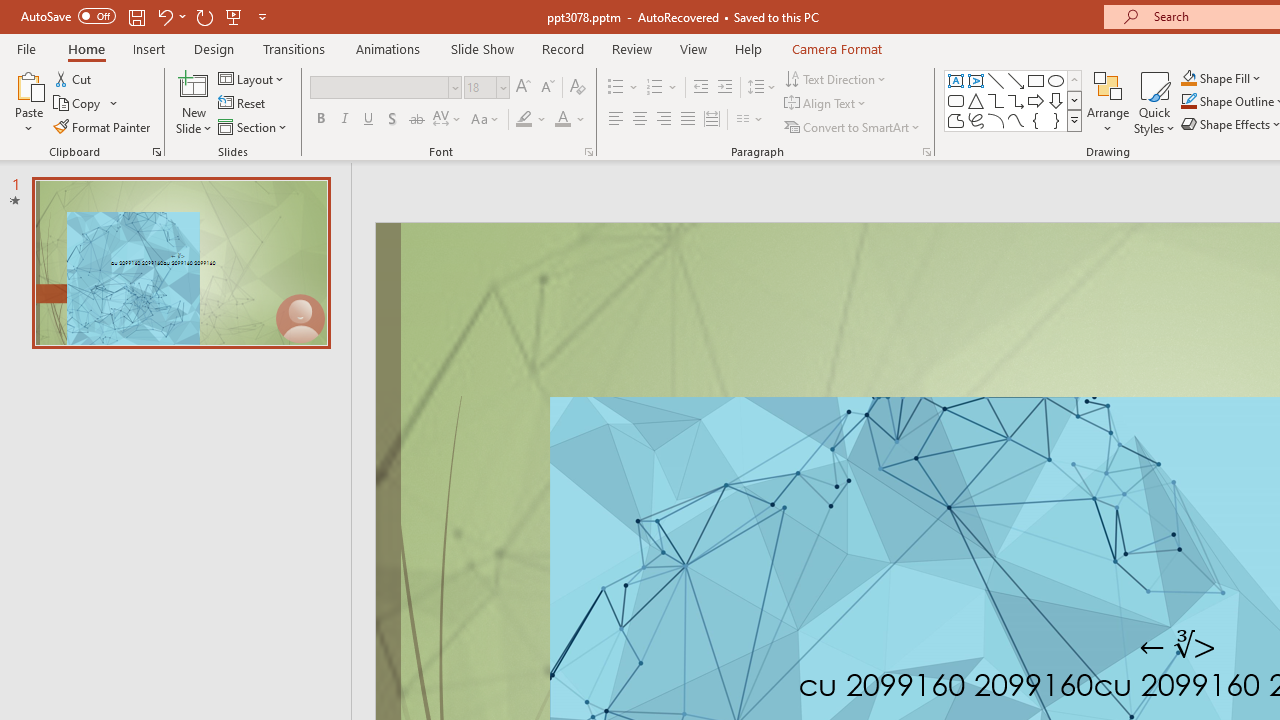  What do you see at coordinates (1189, 101) in the screenshot?
I see `'Shape Outline Green, Accent 1'` at bounding box center [1189, 101].